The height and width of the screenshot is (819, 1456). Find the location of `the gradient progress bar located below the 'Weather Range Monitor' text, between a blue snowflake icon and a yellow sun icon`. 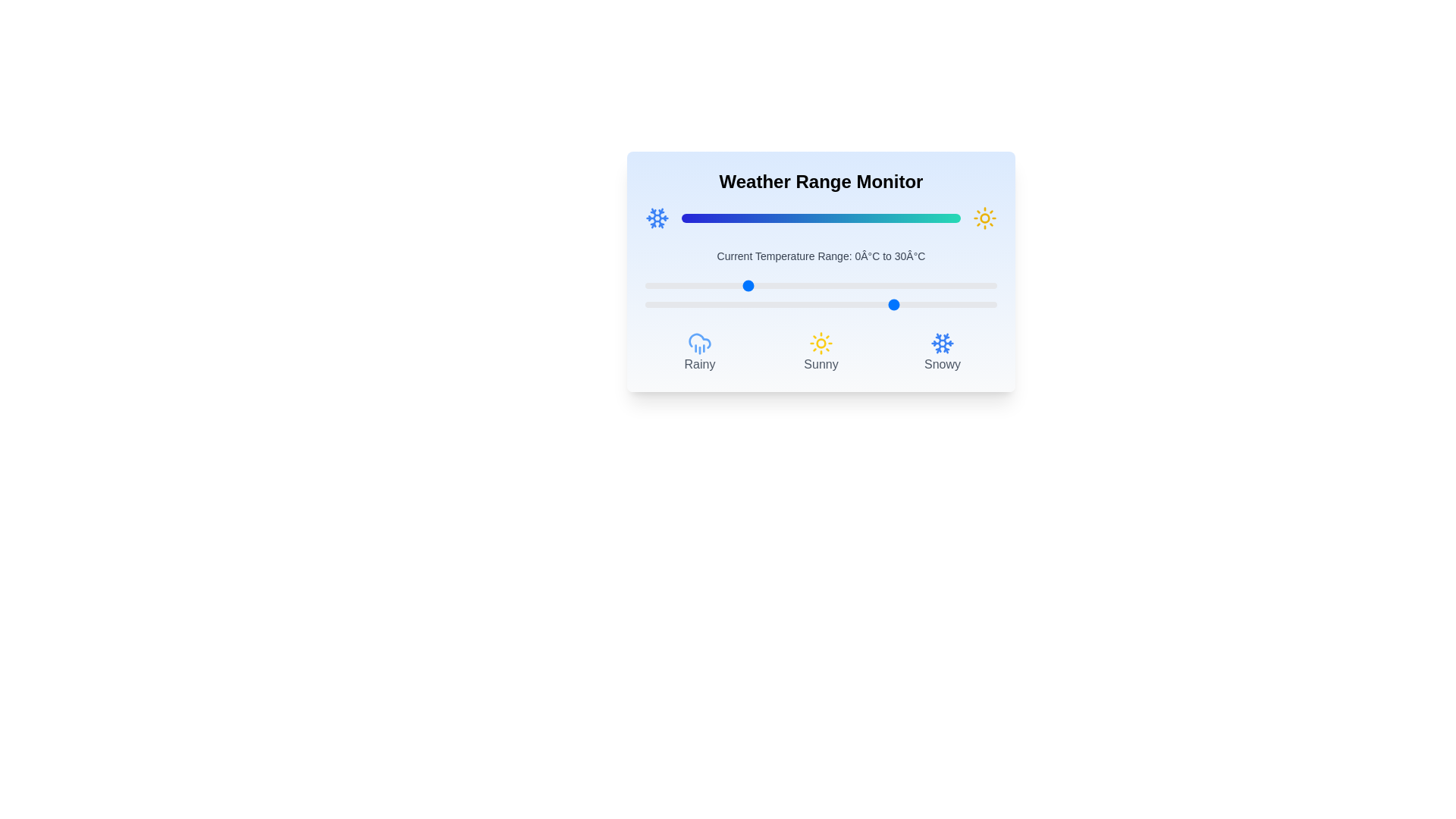

the gradient progress bar located below the 'Weather Range Monitor' text, between a blue snowflake icon and a yellow sun icon is located at coordinates (821, 218).